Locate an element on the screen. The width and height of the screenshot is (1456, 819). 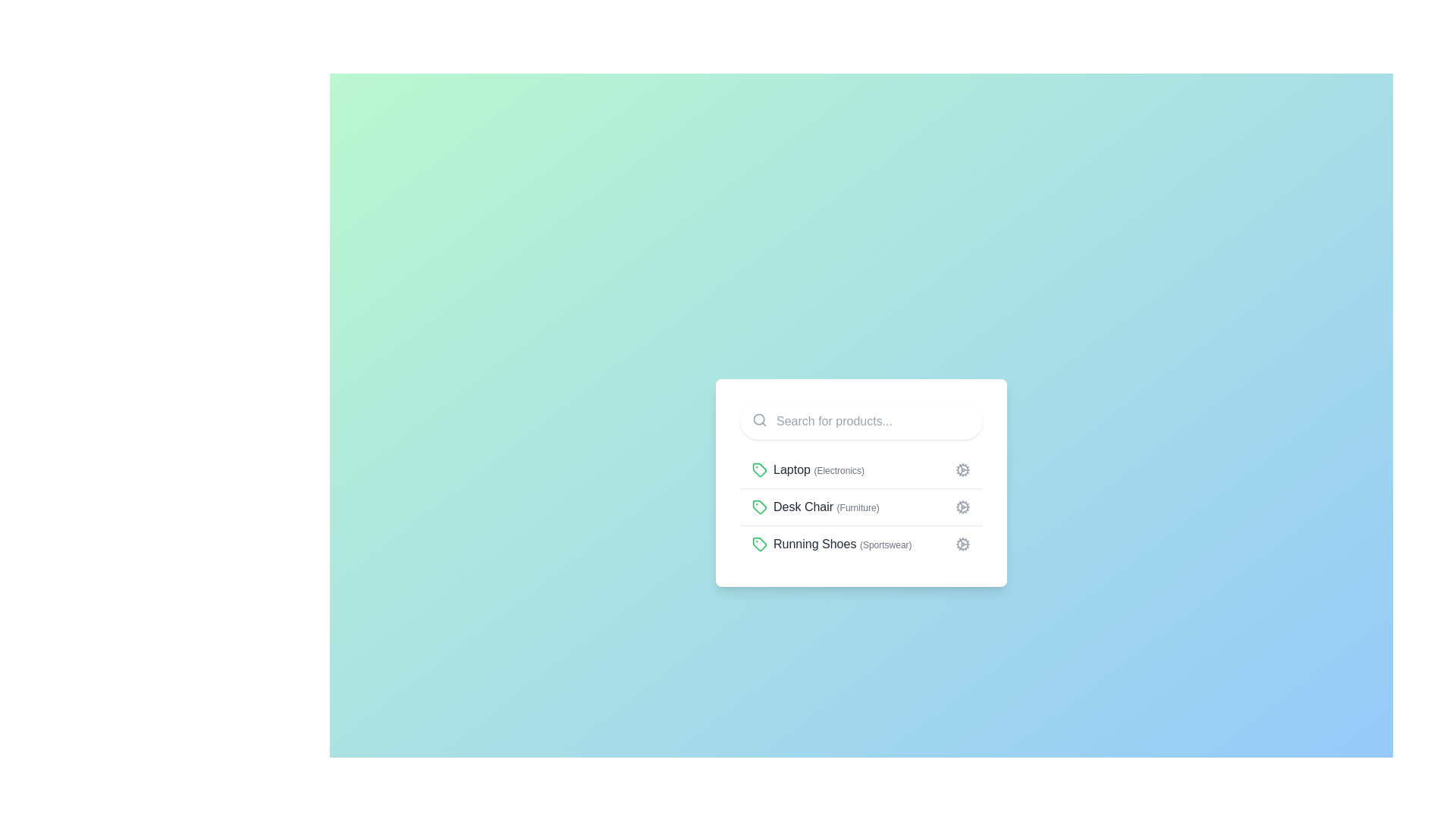
the descriptive label indicating 'Sportswear' that is positioned to the right of 'Running Shoes' in the list of items is located at coordinates (886, 544).